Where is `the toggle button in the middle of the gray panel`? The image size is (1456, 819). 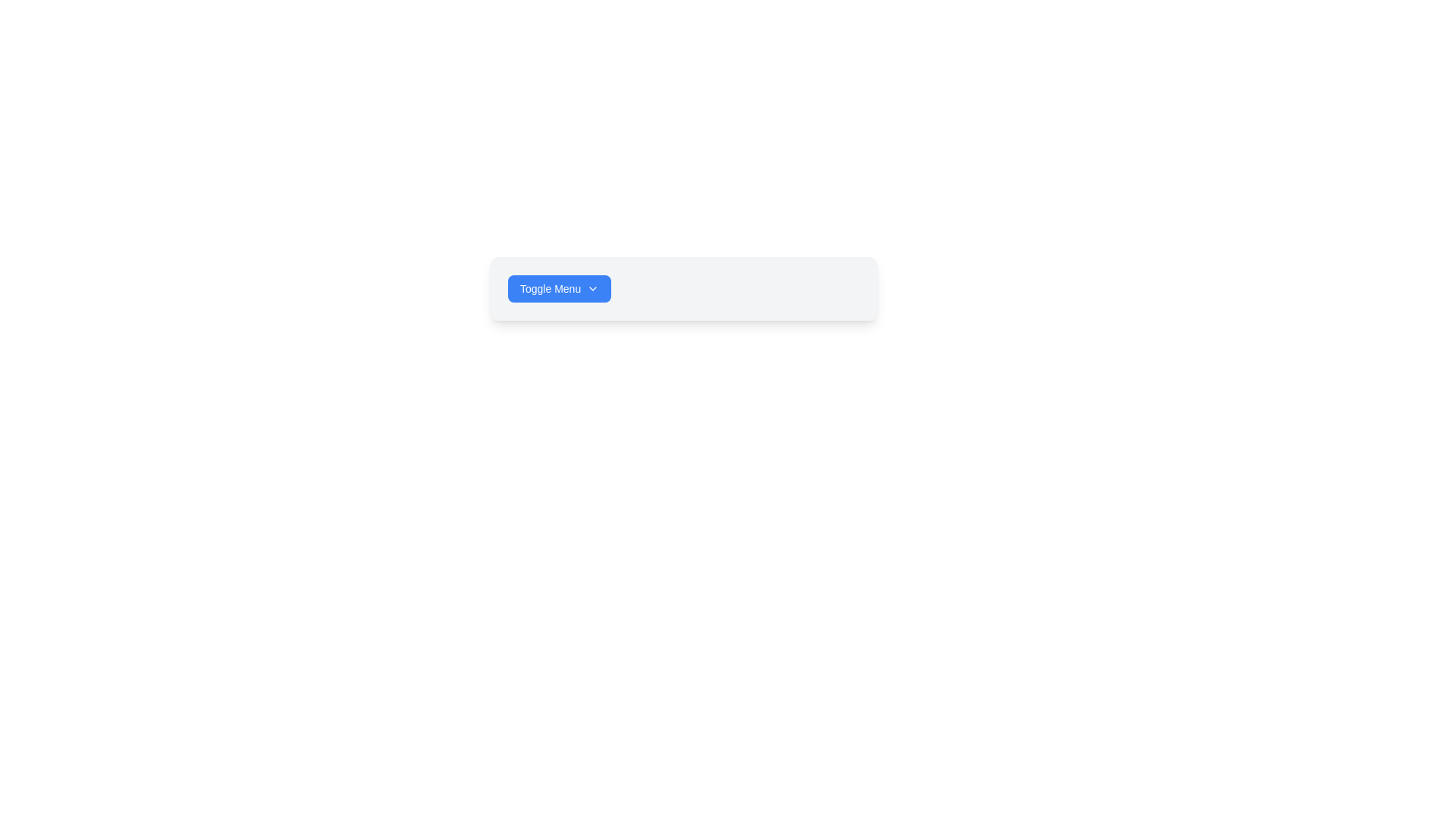 the toggle button in the middle of the gray panel is located at coordinates (559, 289).